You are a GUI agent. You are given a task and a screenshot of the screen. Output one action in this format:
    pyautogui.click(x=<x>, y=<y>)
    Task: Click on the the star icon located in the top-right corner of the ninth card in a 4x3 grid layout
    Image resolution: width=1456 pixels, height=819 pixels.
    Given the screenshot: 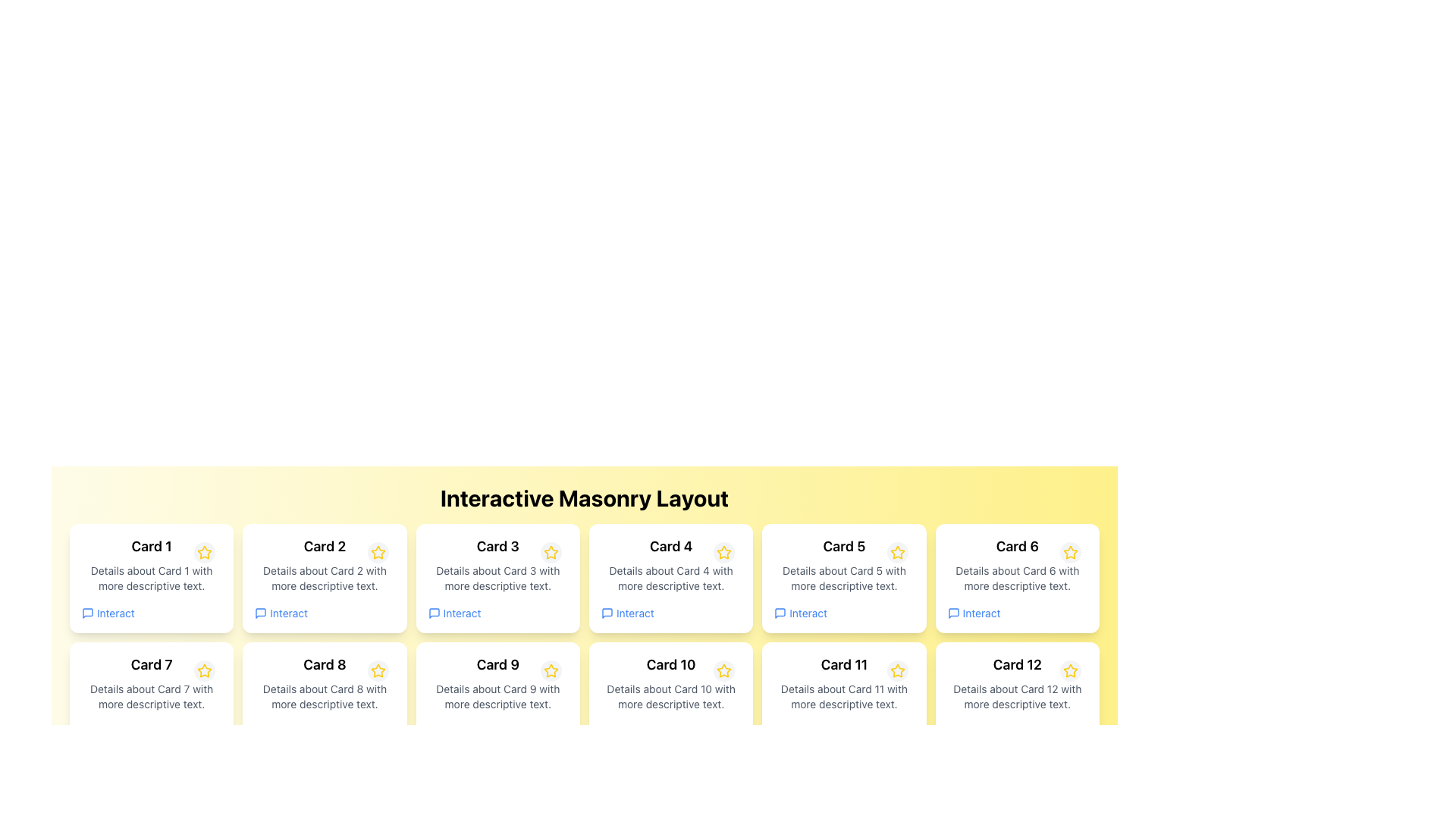 What is the action you would take?
    pyautogui.click(x=550, y=670)
    